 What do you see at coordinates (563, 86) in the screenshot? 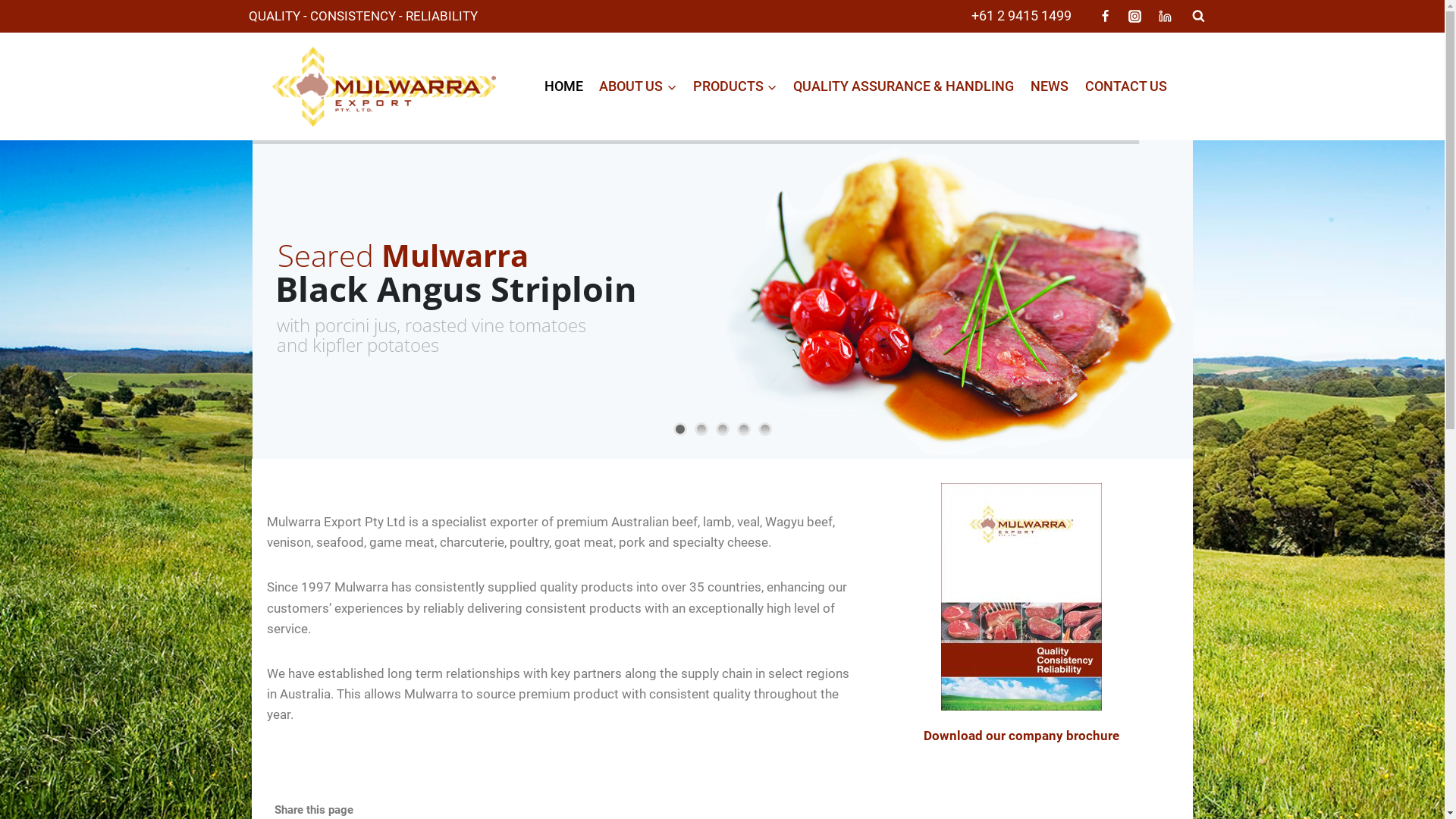
I see `'HOME'` at bounding box center [563, 86].